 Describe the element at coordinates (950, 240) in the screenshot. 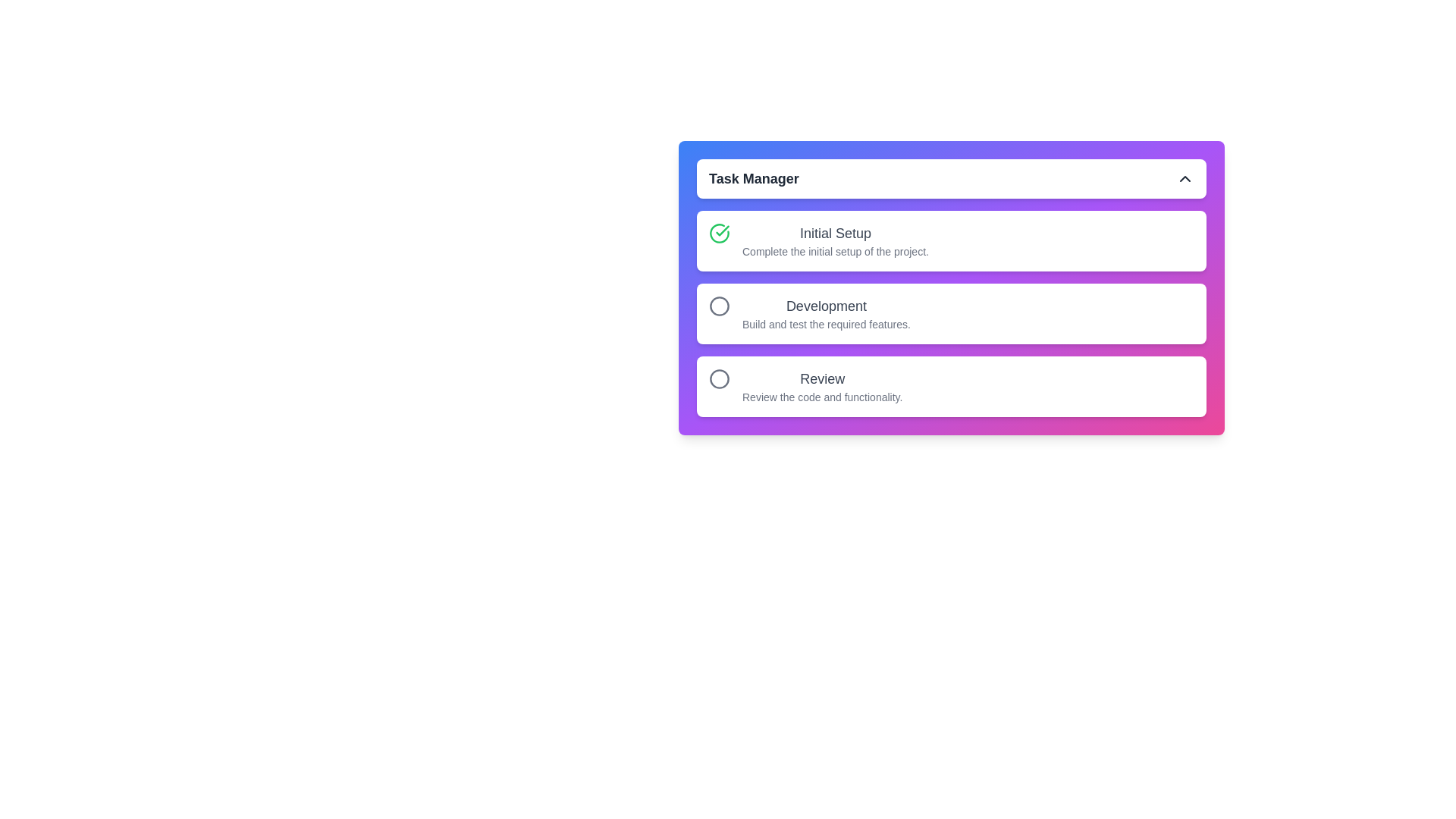

I see `the task item corresponding to Initial Setup` at that location.